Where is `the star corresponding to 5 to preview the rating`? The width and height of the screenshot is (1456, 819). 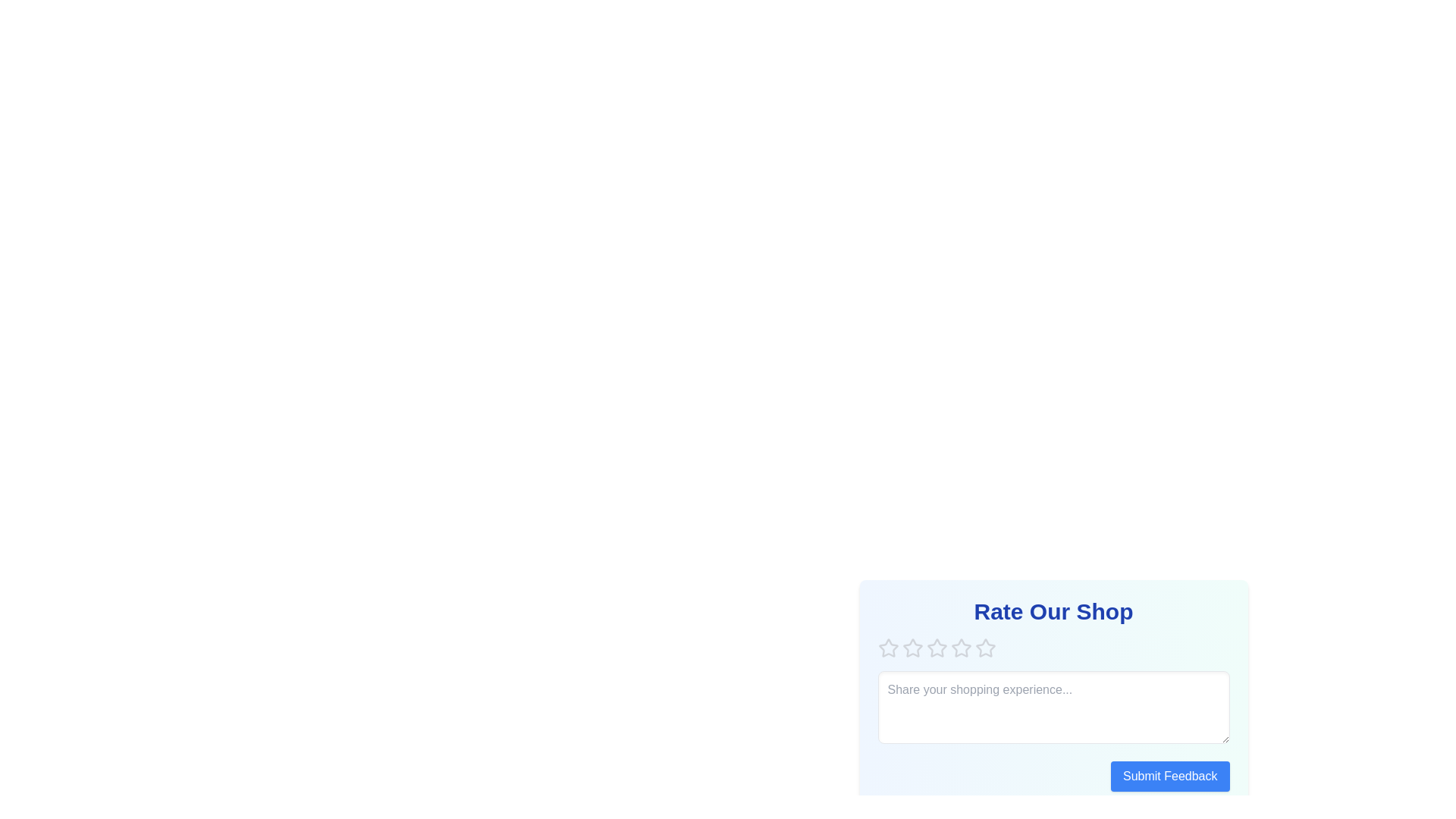 the star corresponding to 5 to preview the rating is located at coordinates (985, 648).